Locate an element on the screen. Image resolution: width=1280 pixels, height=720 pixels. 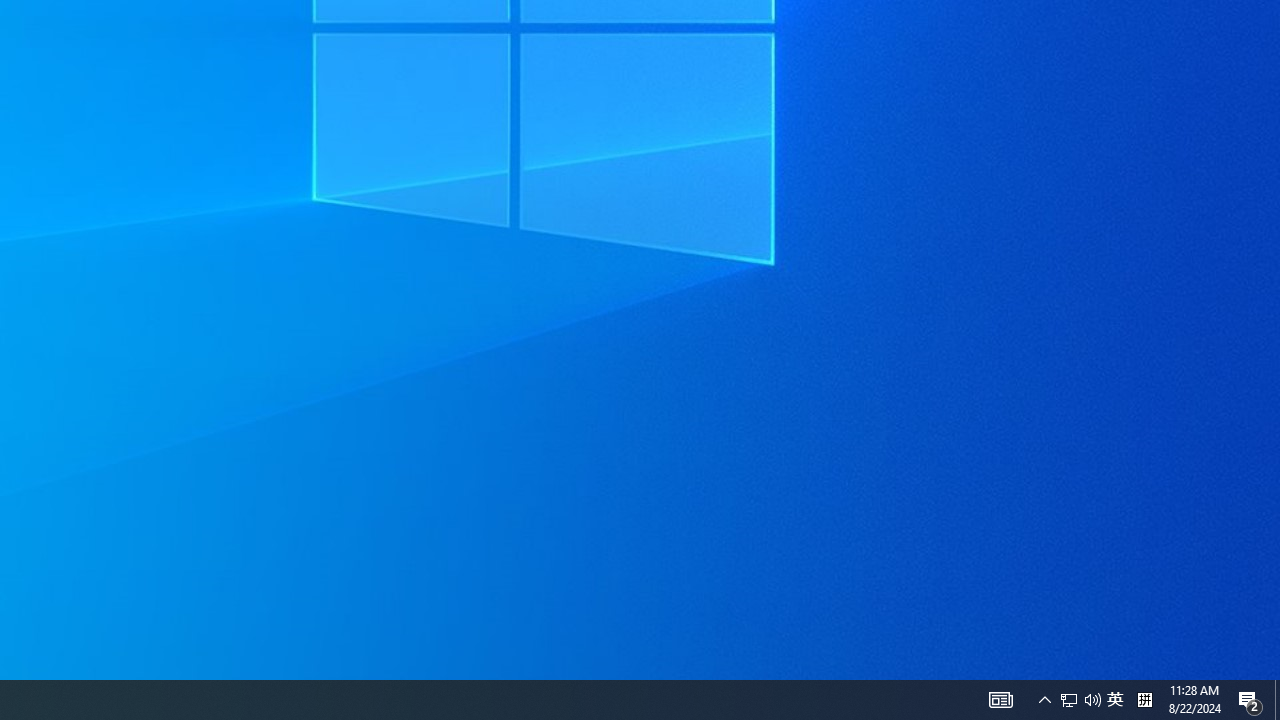
'AutomationID: 4105' is located at coordinates (1000, 698).